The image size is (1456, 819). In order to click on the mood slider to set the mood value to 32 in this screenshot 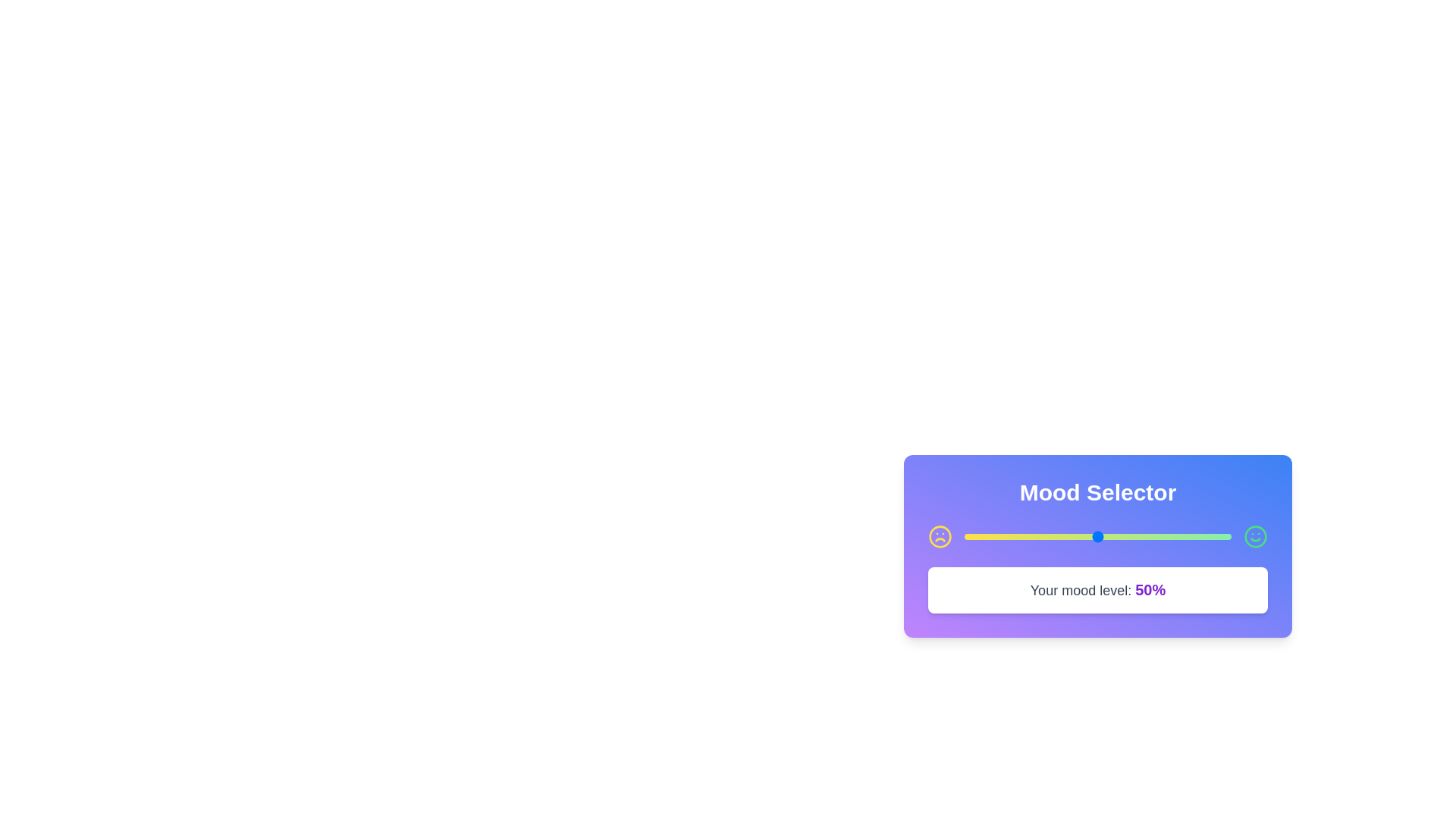, I will do `click(1049, 536)`.